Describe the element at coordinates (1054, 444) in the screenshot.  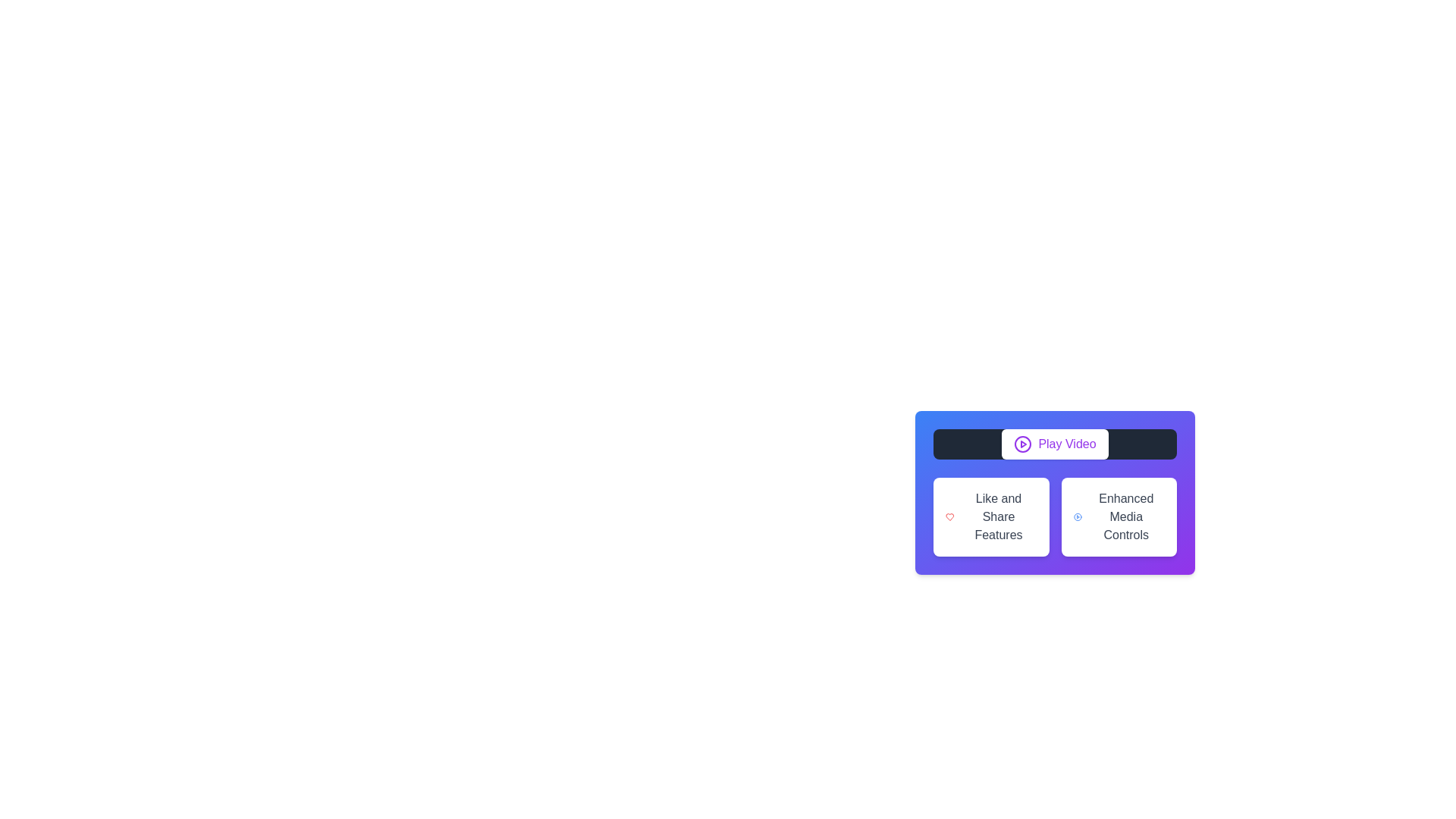
I see `the rectangular button with a purple outline and 'Play Video' text` at that location.